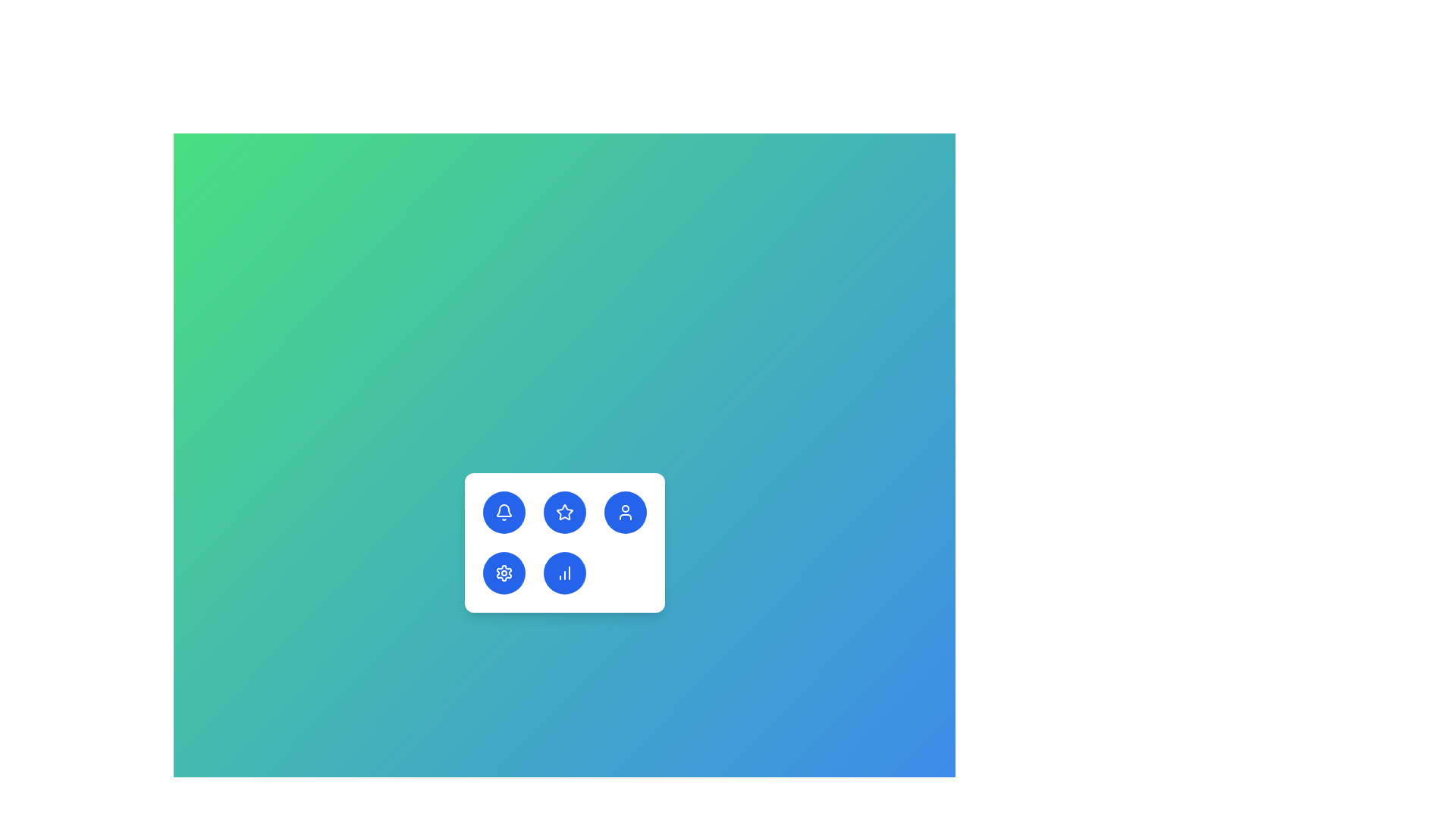  I want to click on the user profile icon, which is styled as an outline of a person in white against a circular blue background, located in the top-right corner among a set of five circular icons, so click(625, 512).